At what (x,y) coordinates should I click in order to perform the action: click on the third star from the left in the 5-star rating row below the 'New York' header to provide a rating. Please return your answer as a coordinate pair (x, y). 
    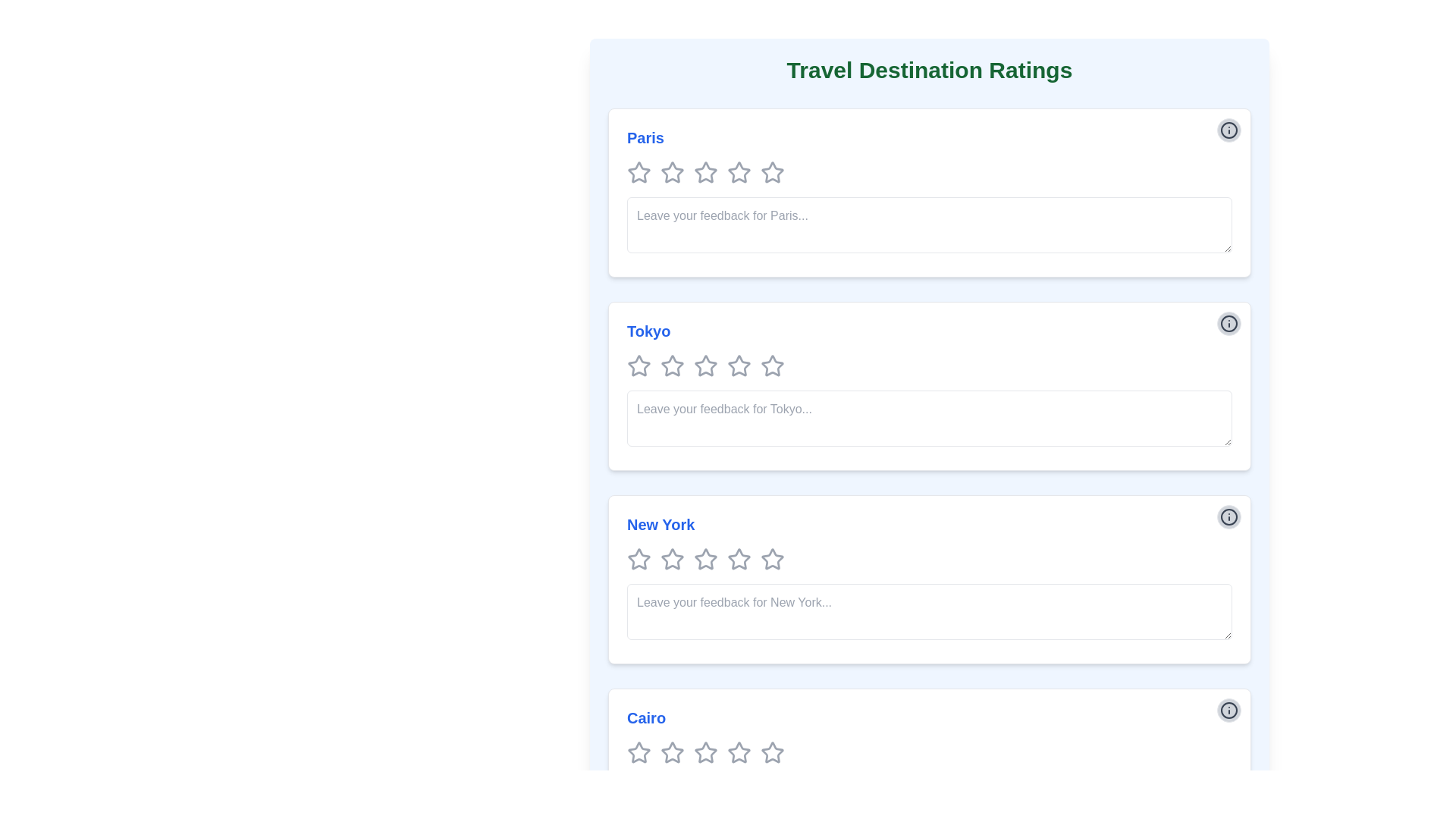
    Looking at the image, I should click on (705, 559).